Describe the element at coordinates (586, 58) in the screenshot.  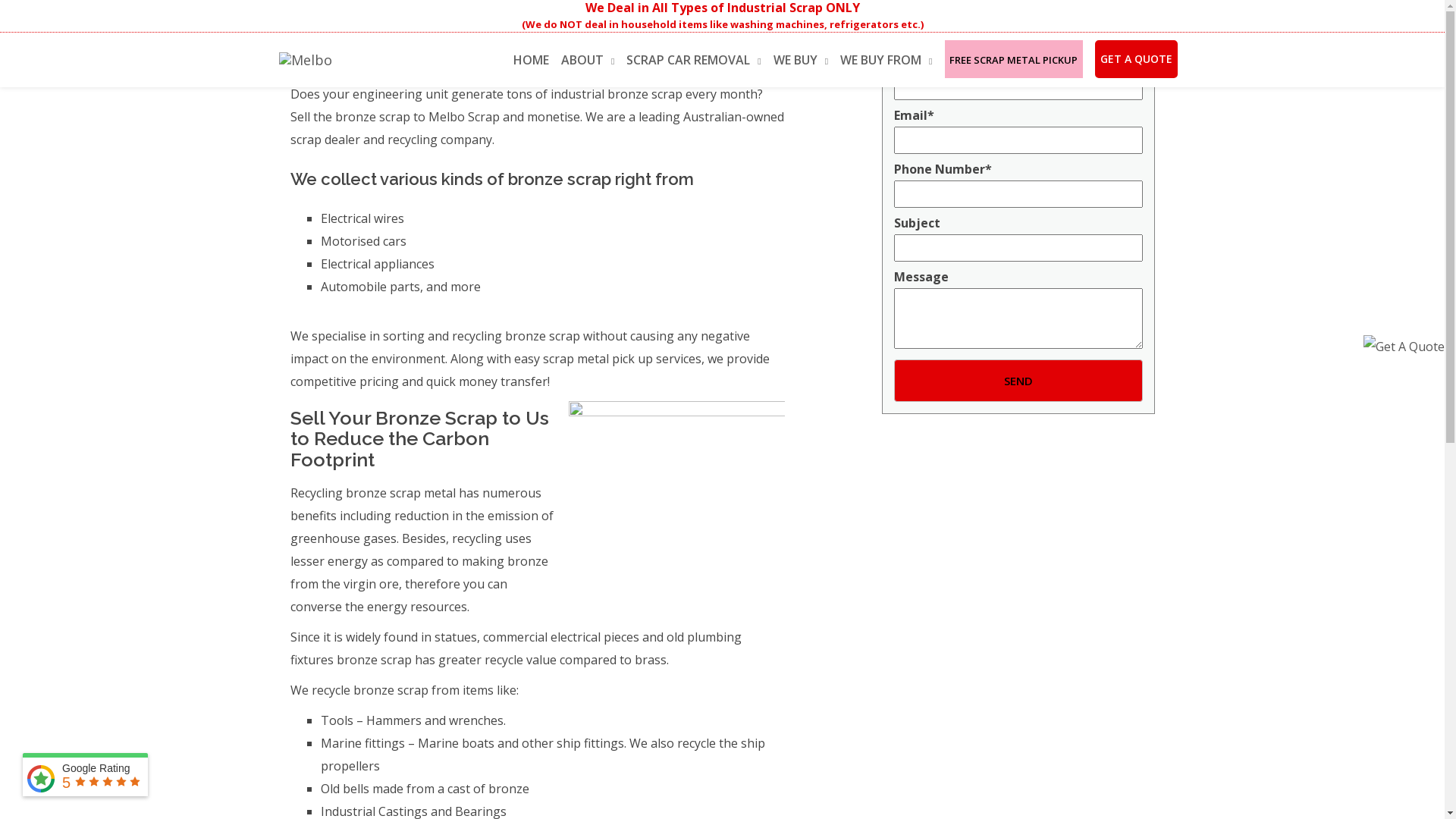
I see `'ABOUT'` at that location.